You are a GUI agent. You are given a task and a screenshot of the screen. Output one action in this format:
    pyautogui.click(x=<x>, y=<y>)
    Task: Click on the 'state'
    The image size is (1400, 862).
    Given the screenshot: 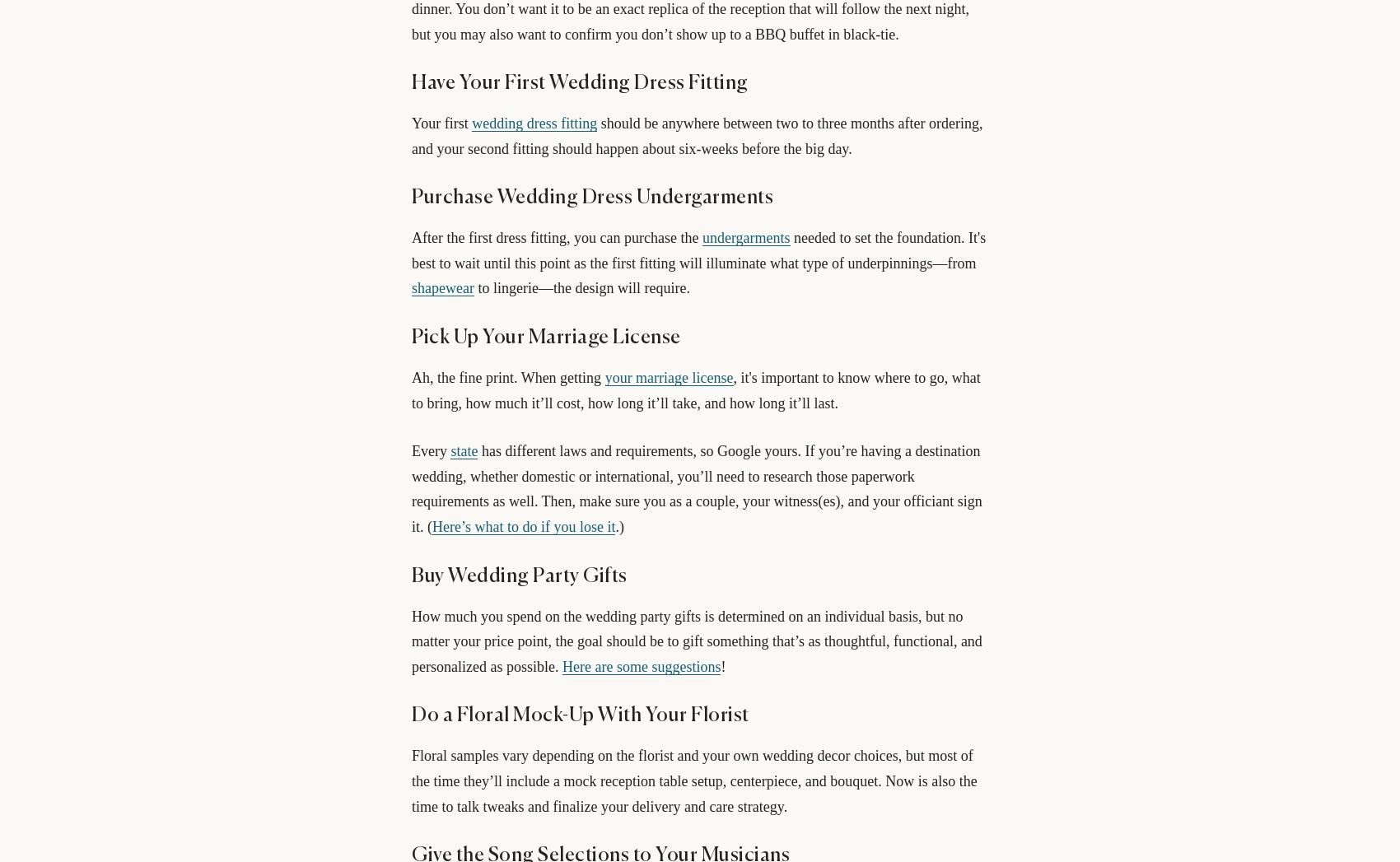 What is the action you would take?
    pyautogui.click(x=463, y=450)
    